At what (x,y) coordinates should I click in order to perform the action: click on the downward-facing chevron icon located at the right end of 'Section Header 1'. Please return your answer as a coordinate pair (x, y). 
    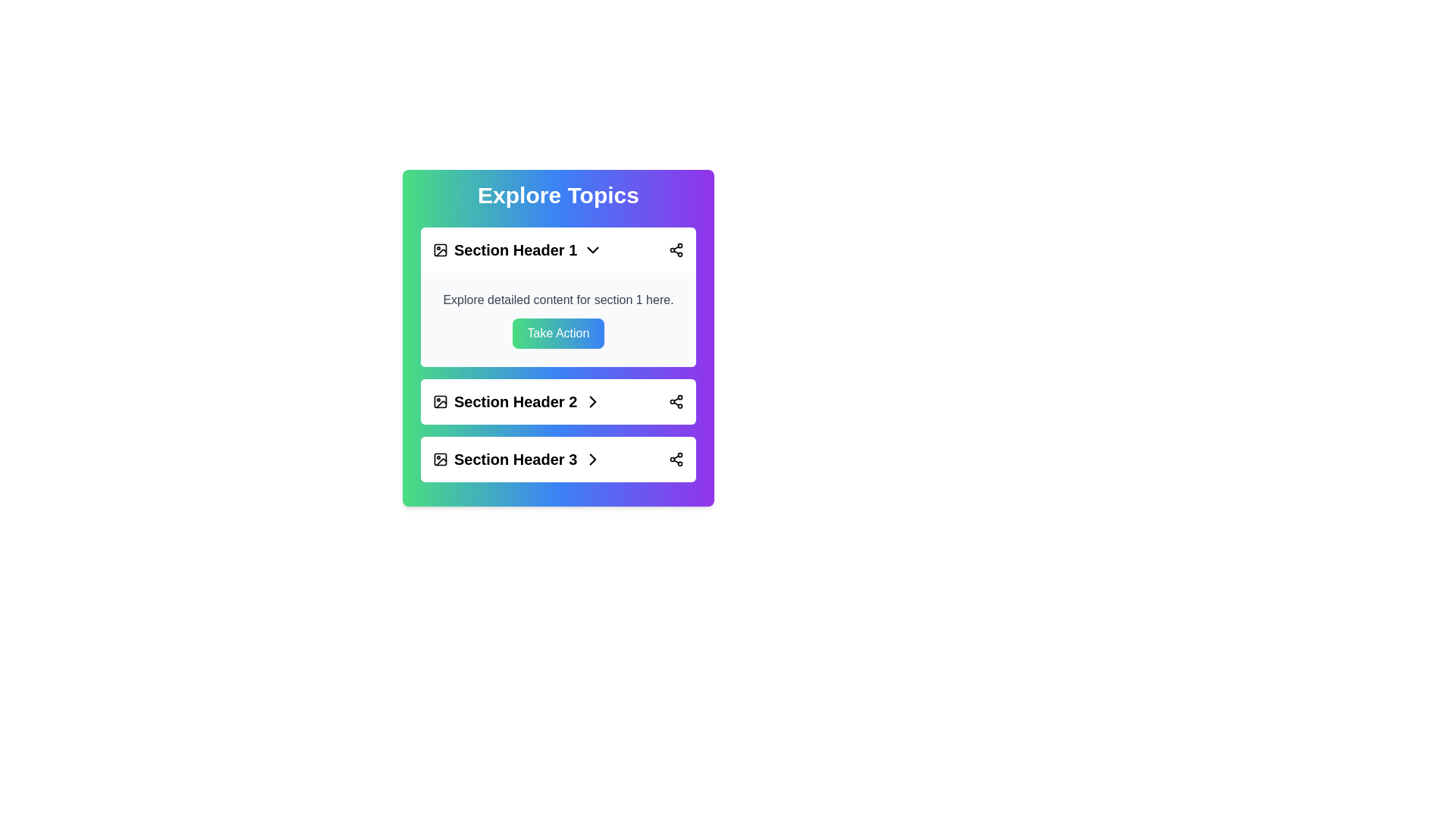
    Looking at the image, I should click on (592, 249).